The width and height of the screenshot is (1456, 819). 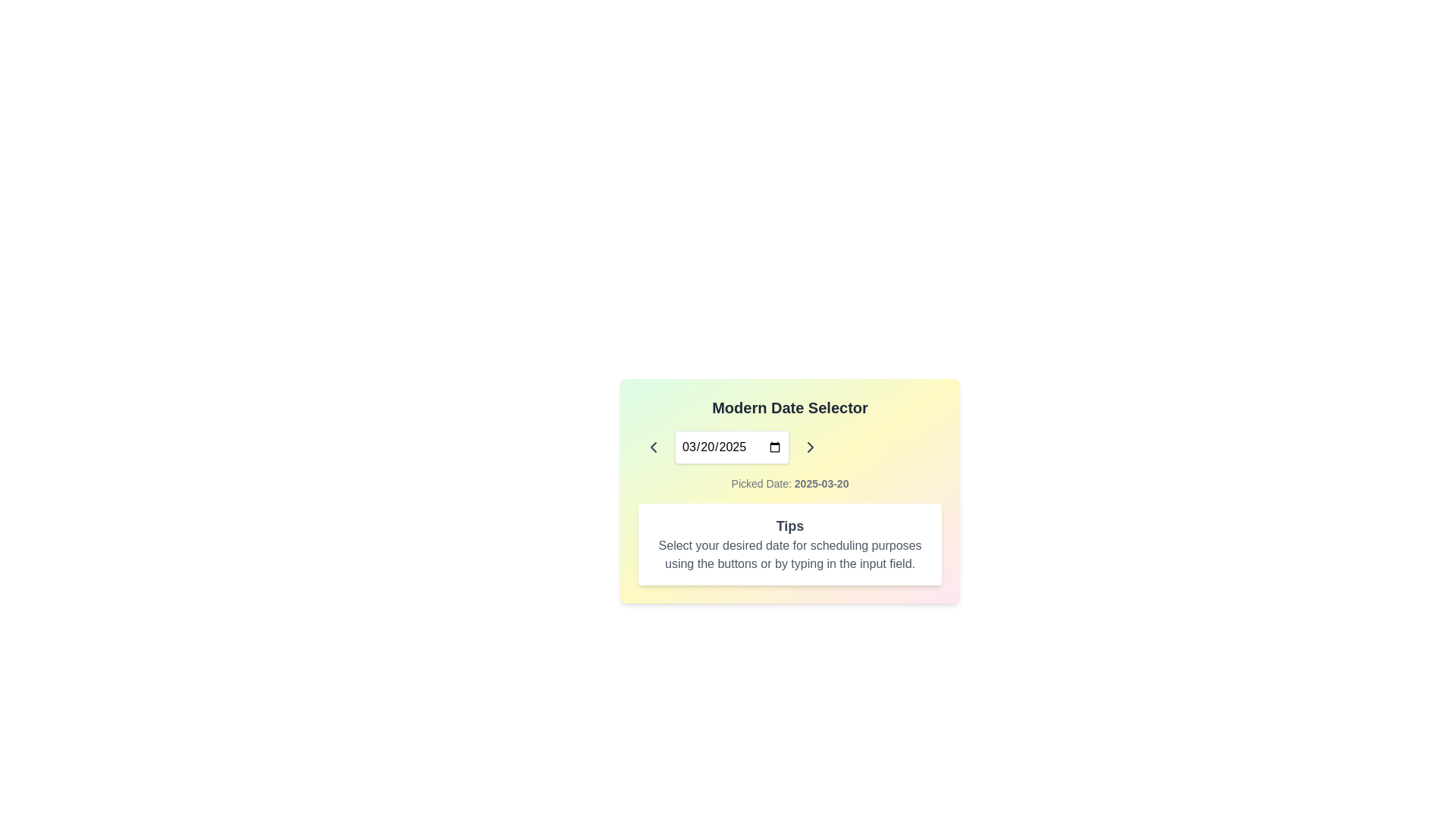 What do you see at coordinates (654, 447) in the screenshot?
I see `the left-pointing chevron icon in the Modern Date Selector interface` at bounding box center [654, 447].